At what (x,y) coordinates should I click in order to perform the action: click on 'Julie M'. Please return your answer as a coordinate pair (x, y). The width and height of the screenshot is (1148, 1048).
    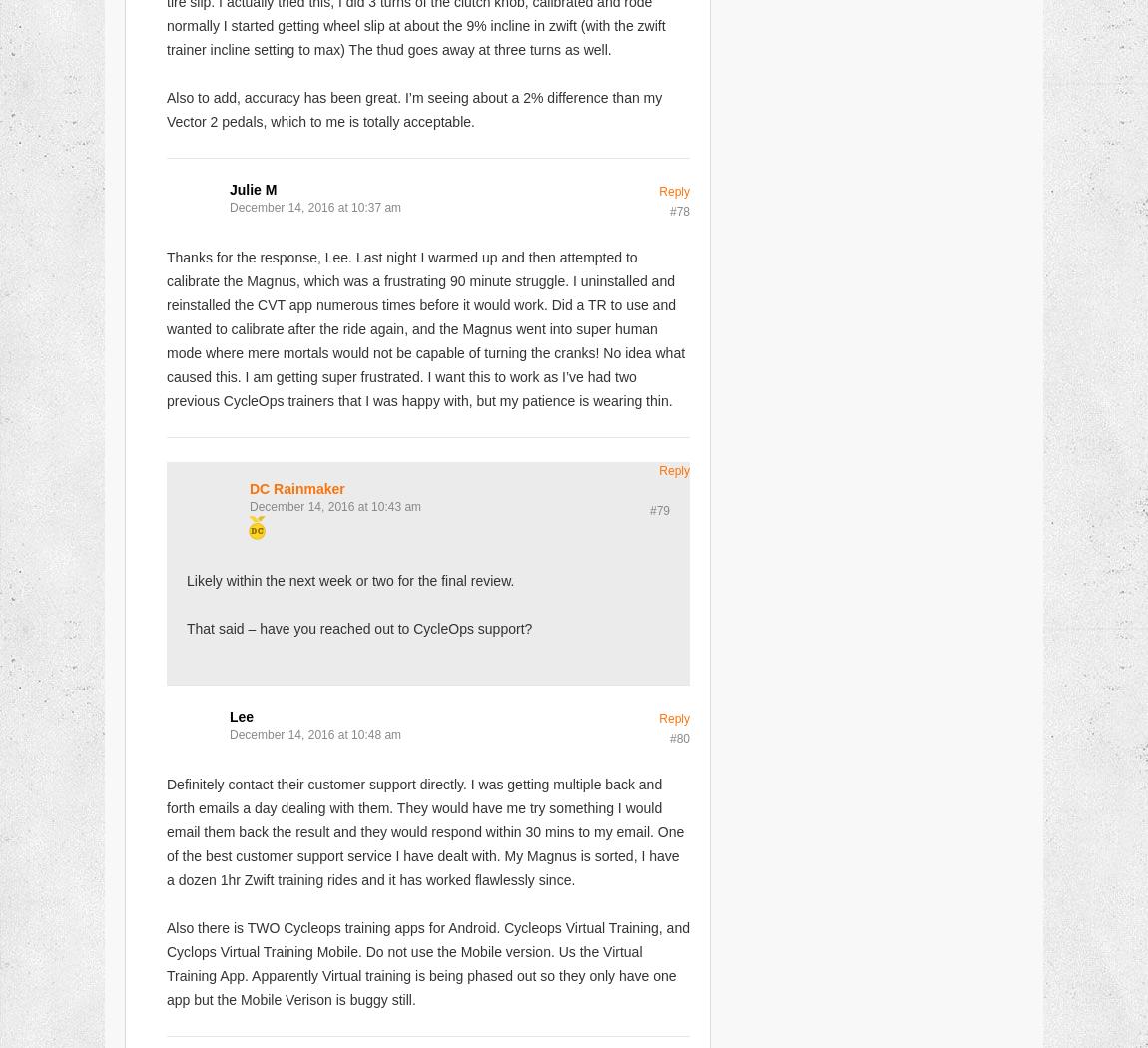
    Looking at the image, I should click on (229, 188).